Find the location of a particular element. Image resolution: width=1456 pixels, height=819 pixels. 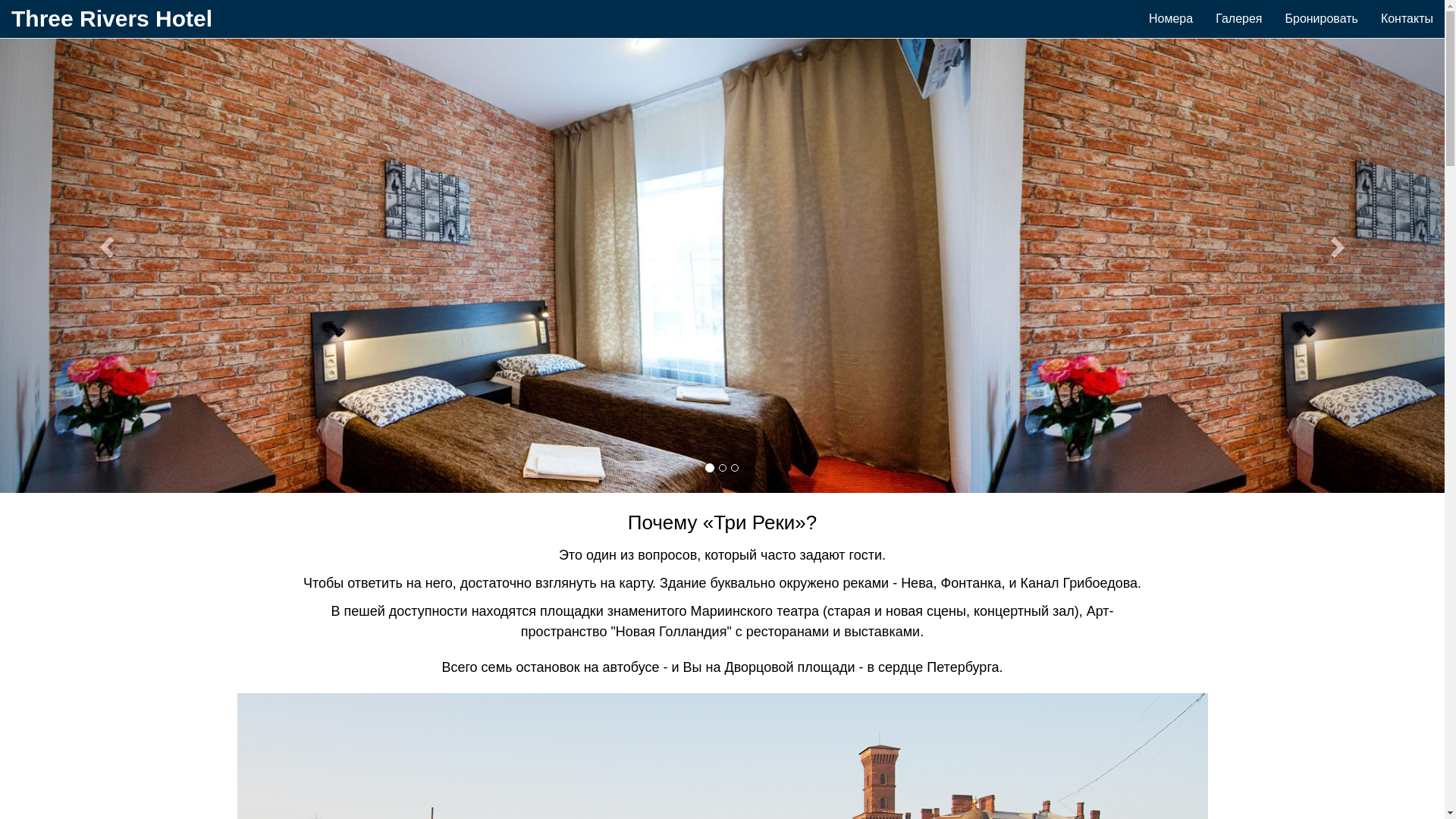

'Three Rivers Hotel' is located at coordinates (111, 18).